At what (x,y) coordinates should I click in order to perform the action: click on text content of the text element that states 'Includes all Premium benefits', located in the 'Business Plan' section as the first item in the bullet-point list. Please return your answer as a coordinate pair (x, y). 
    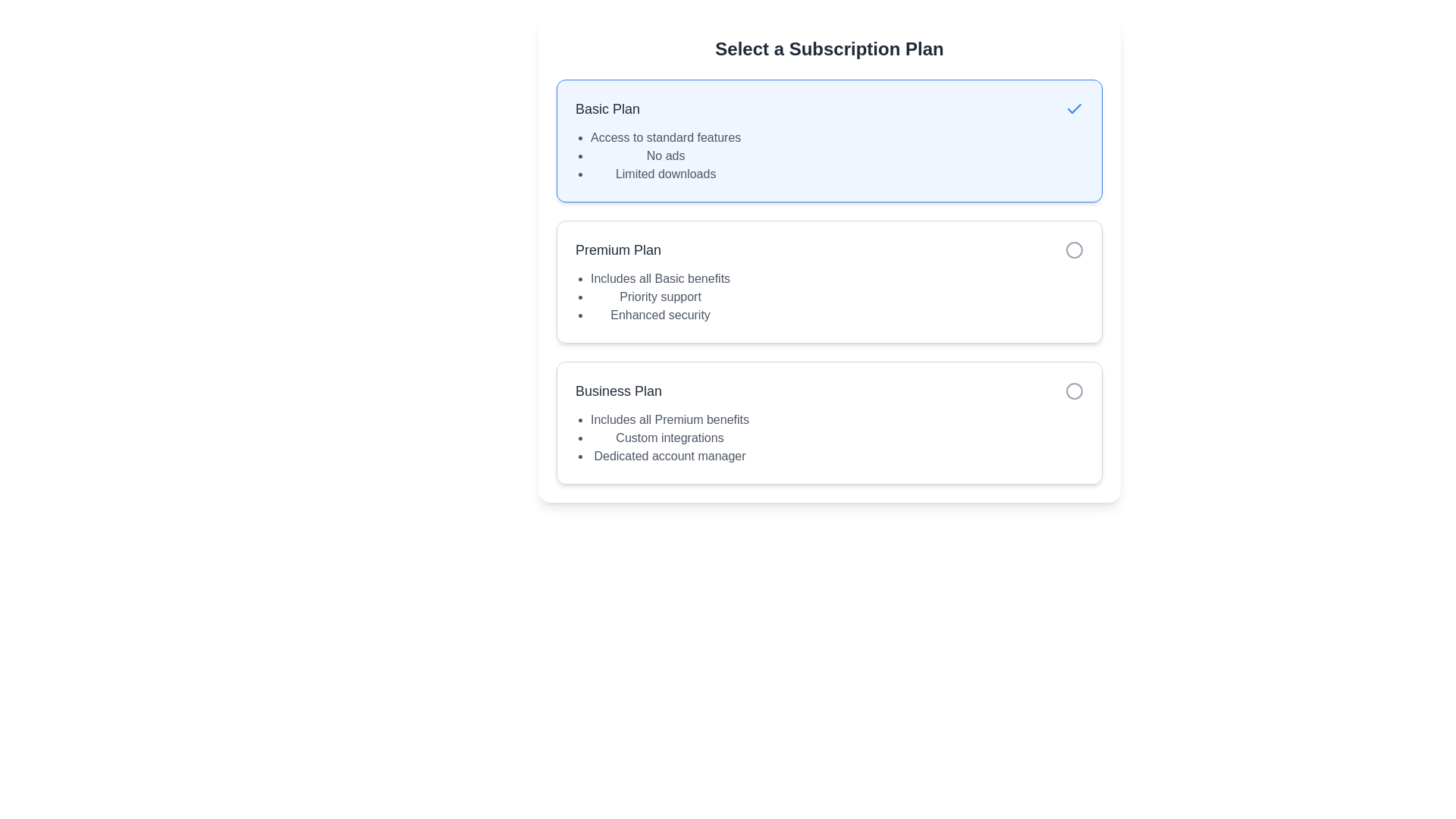
    Looking at the image, I should click on (669, 420).